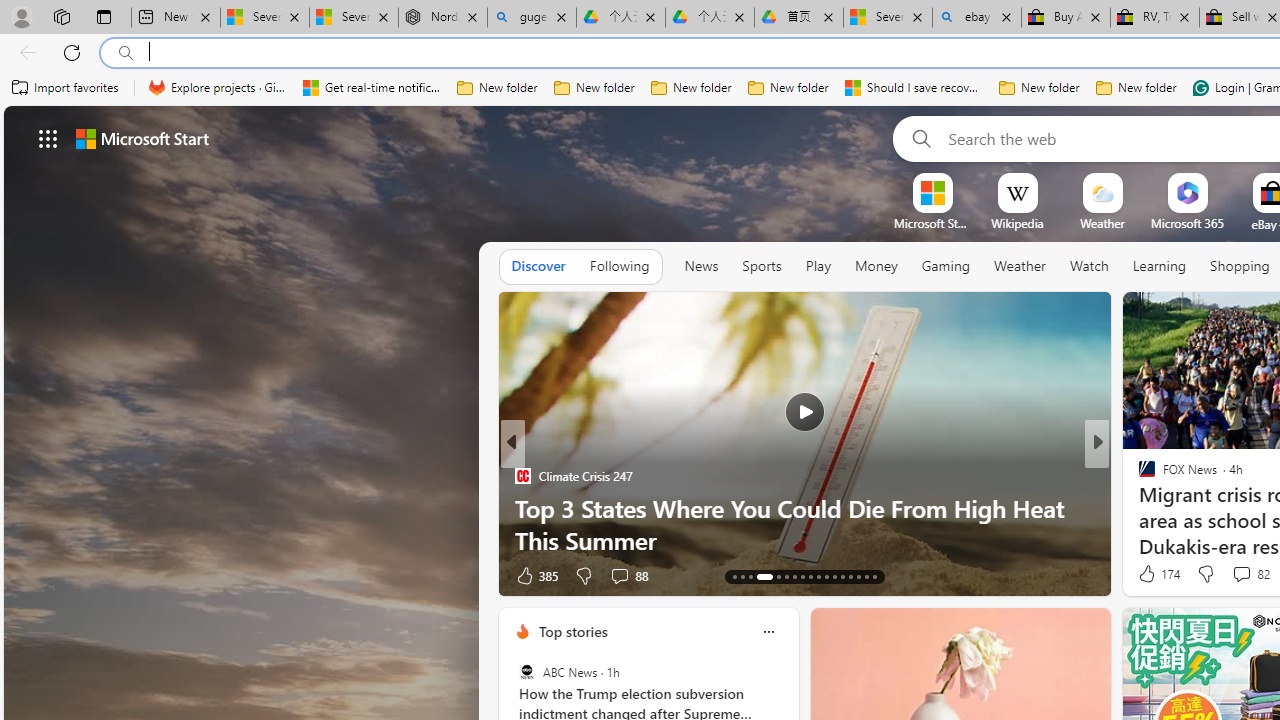 The width and height of the screenshot is (1280, 720). Describe the element at coordinates (1138, 475) in the screenshot. I see `'PsychLove'` at that location.